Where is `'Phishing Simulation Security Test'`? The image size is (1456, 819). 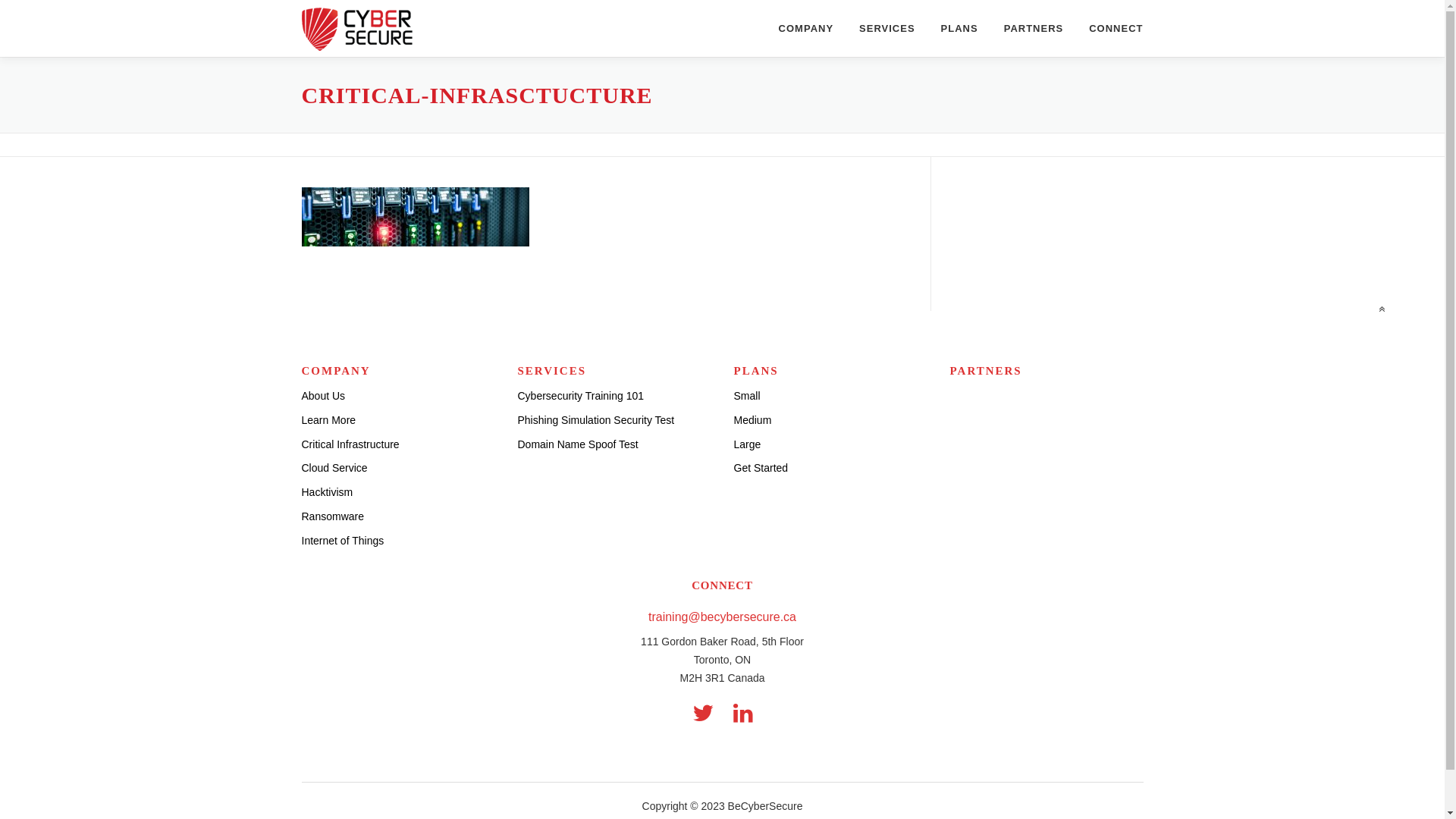
'Phishing Simulation Security Test' is located at coordinates (595, 420).